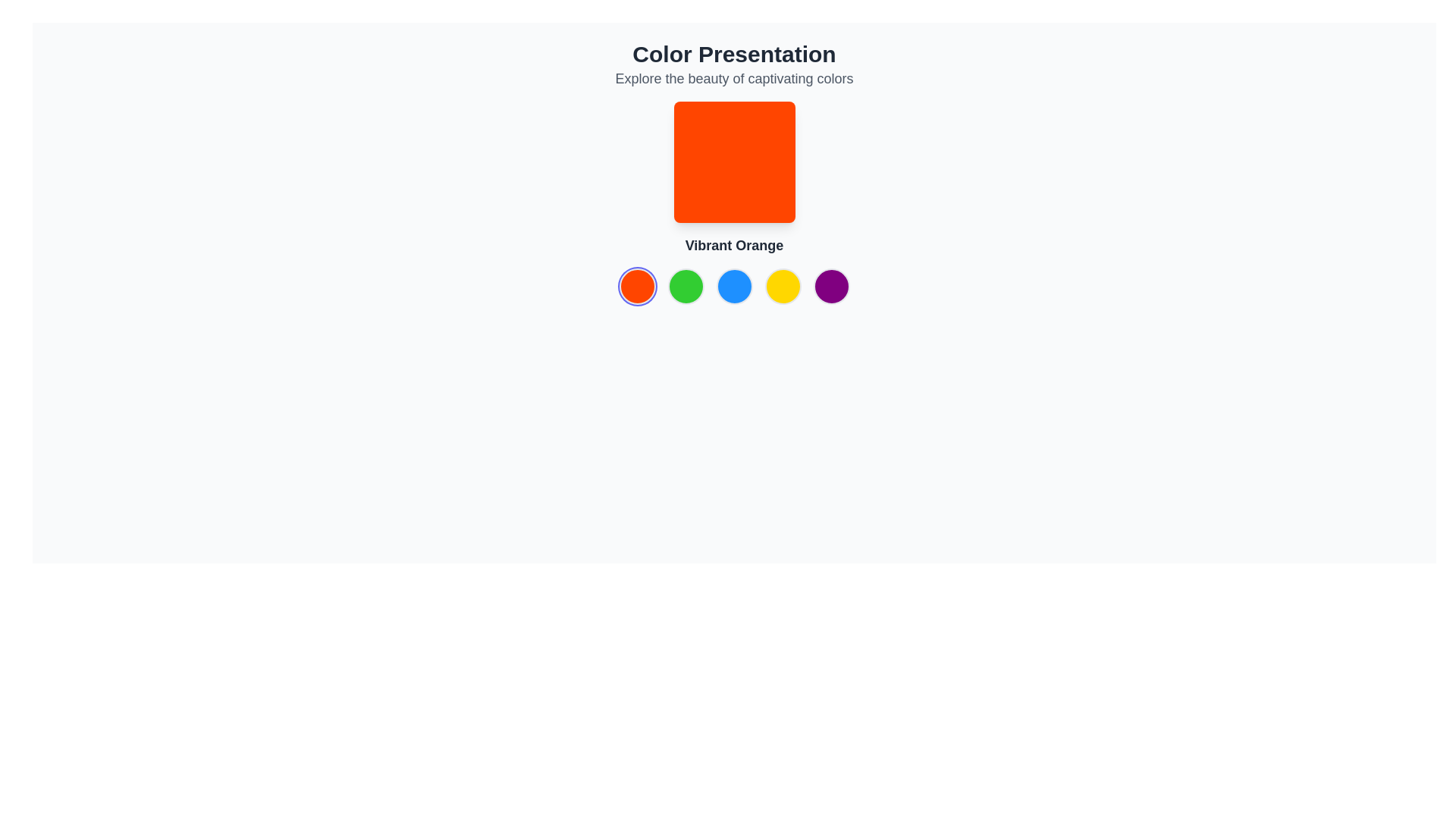  I want to click on the second circular color selector element, which is positioned horizontally below the orange square labeled 'Vibrant Orange', so click(685, 287).